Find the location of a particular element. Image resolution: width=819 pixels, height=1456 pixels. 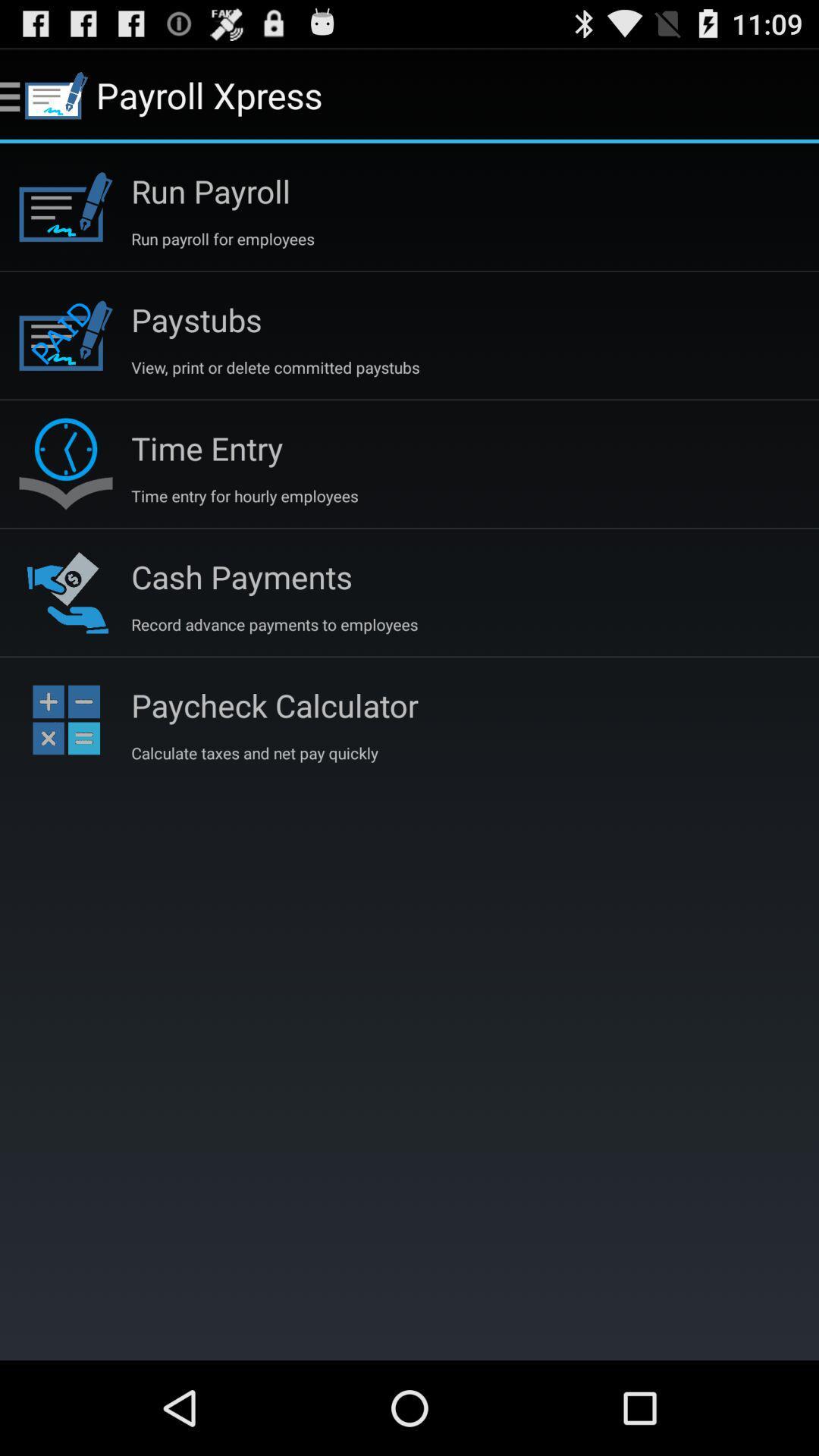

calculate taxes and icon is located at coordinates (253, 753).